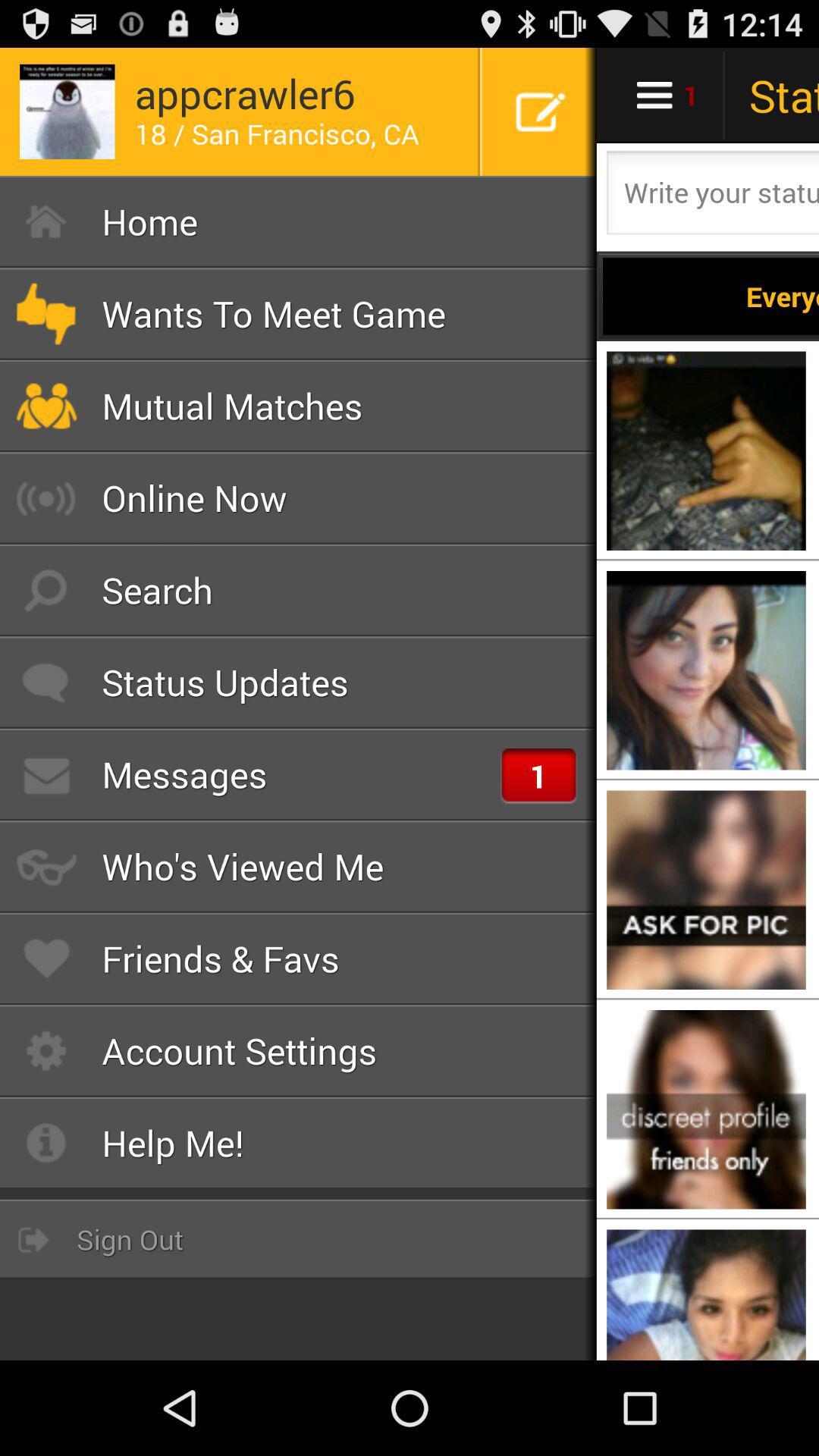  Describe the element at coordinates (298, 774) in the screenshot. I see `item below the status updates icon` at that location.